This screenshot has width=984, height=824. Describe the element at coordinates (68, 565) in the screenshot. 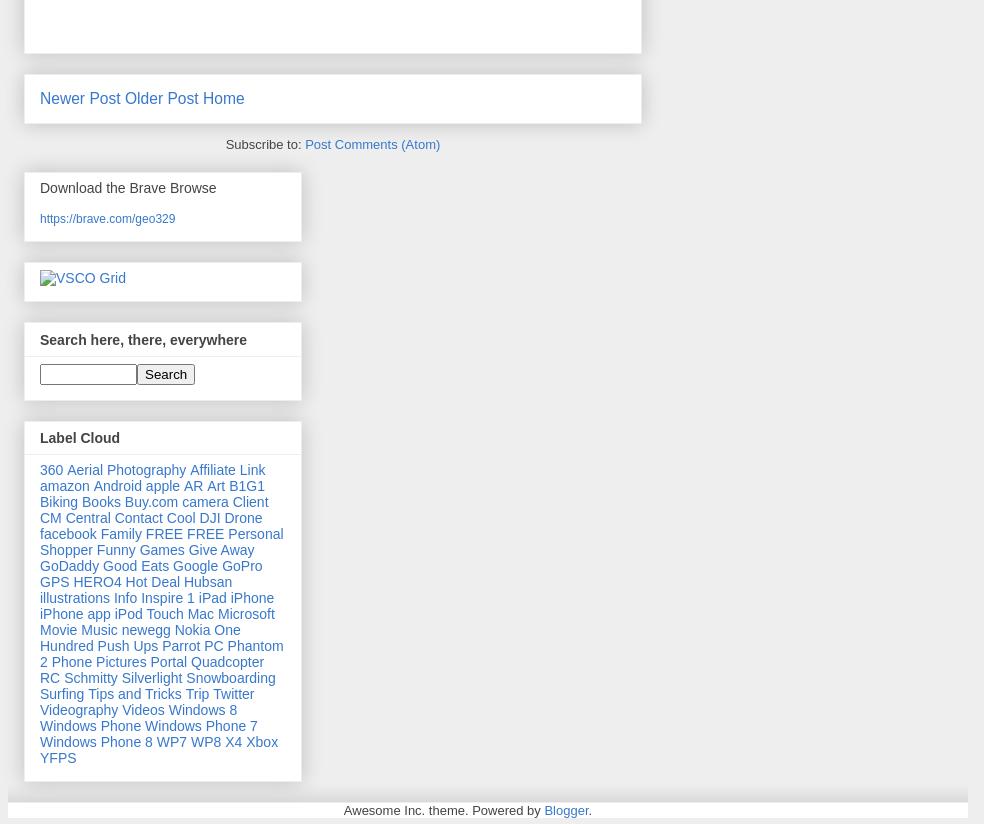

I see `'GoDaddy'` at that location.